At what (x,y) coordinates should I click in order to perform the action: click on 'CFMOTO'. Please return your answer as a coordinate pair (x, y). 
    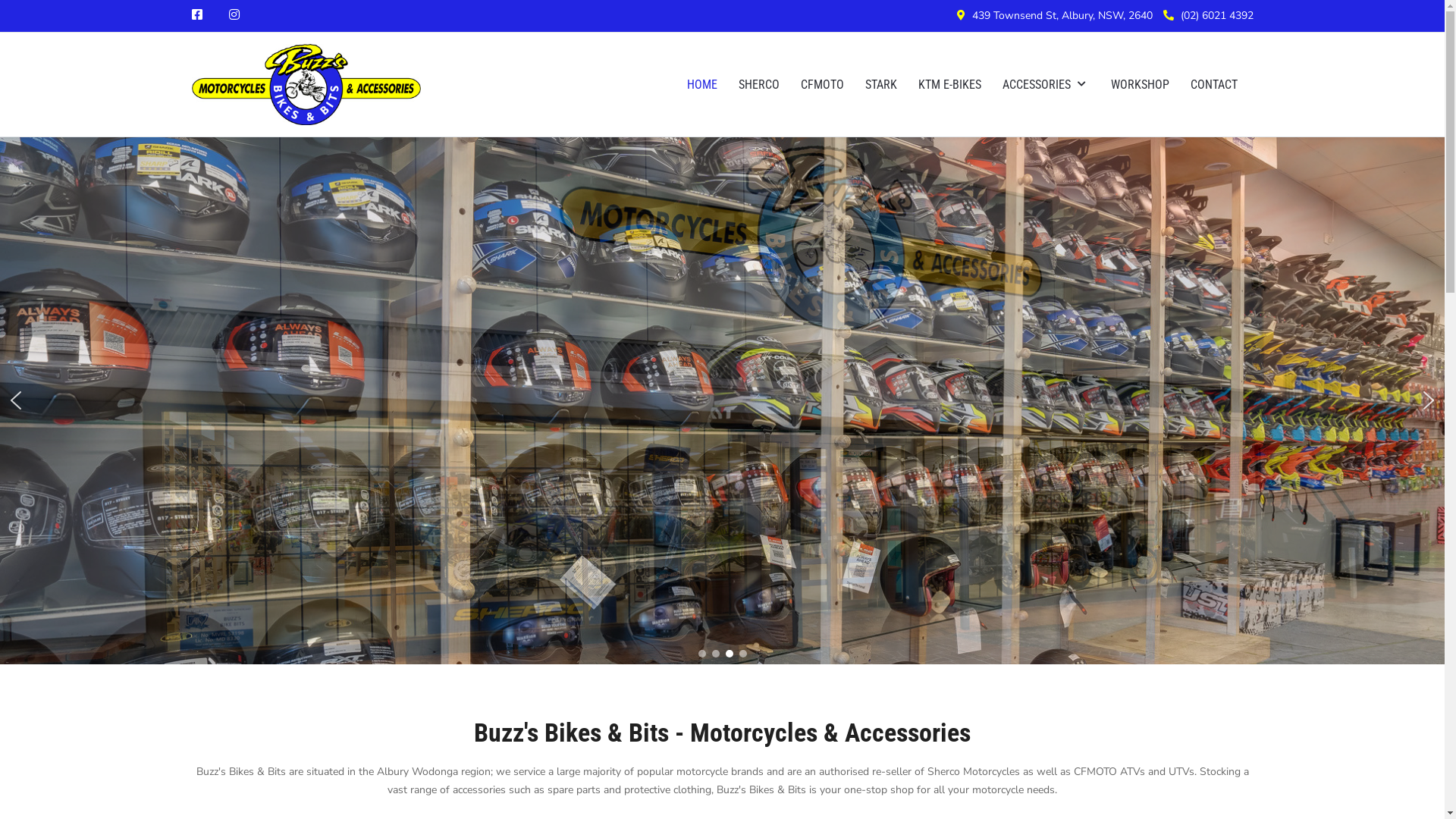
    Looking at the image, I should click on (821, 84).